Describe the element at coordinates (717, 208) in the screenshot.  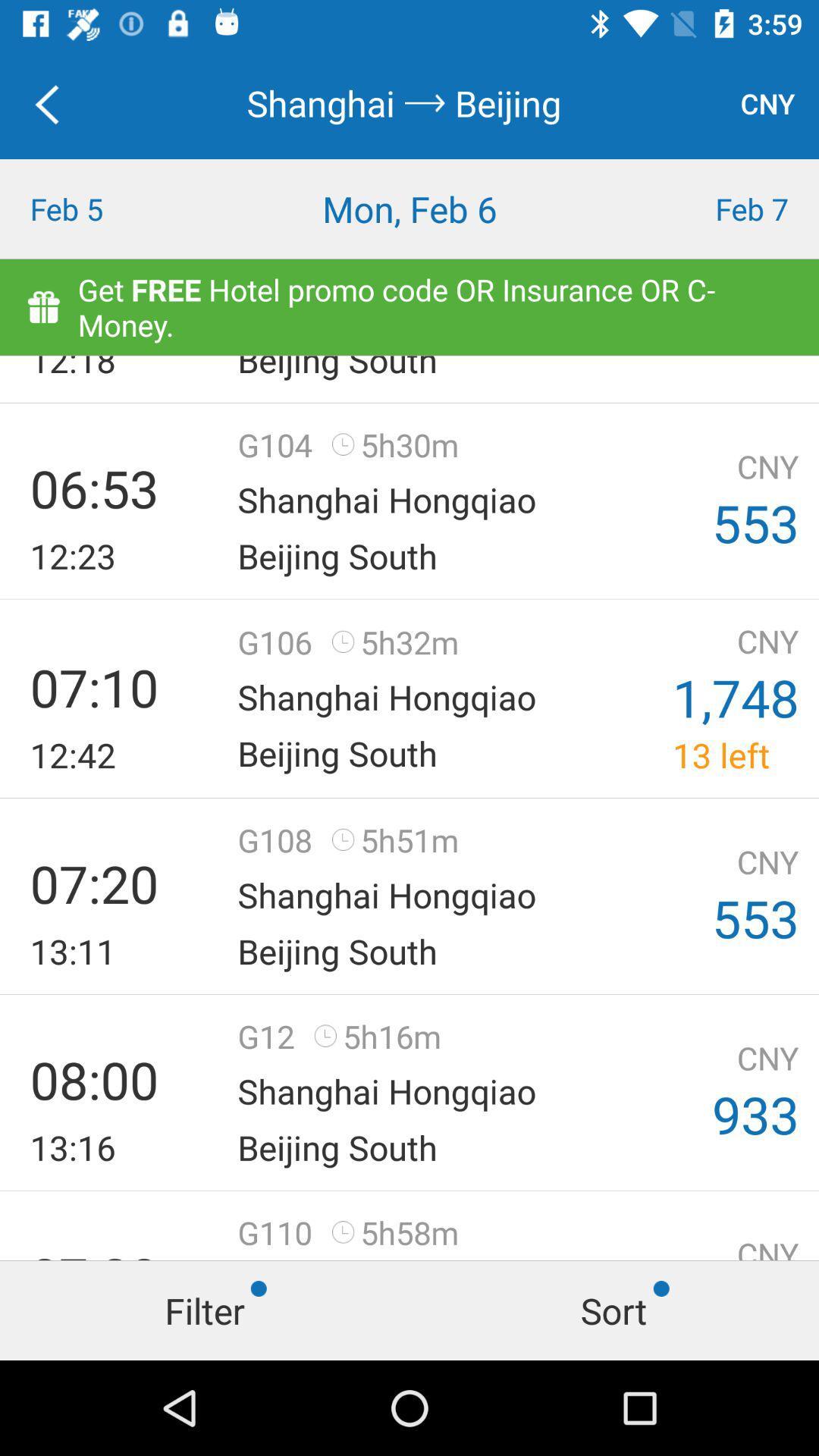
I see `feb 7 item` at that location.